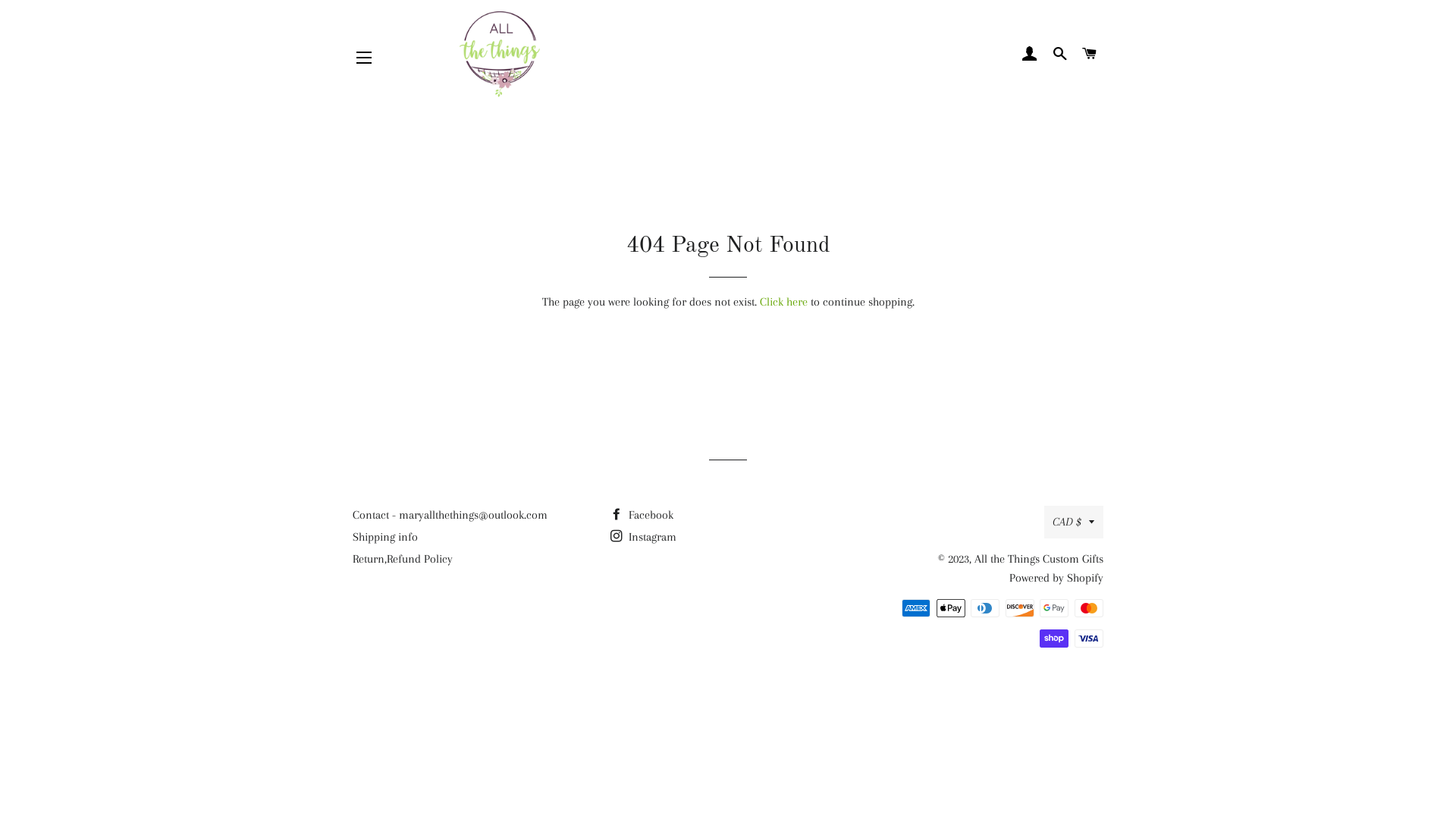 The image size is (1456, 819). I want to click on 'Facebook', so click(642, 513).